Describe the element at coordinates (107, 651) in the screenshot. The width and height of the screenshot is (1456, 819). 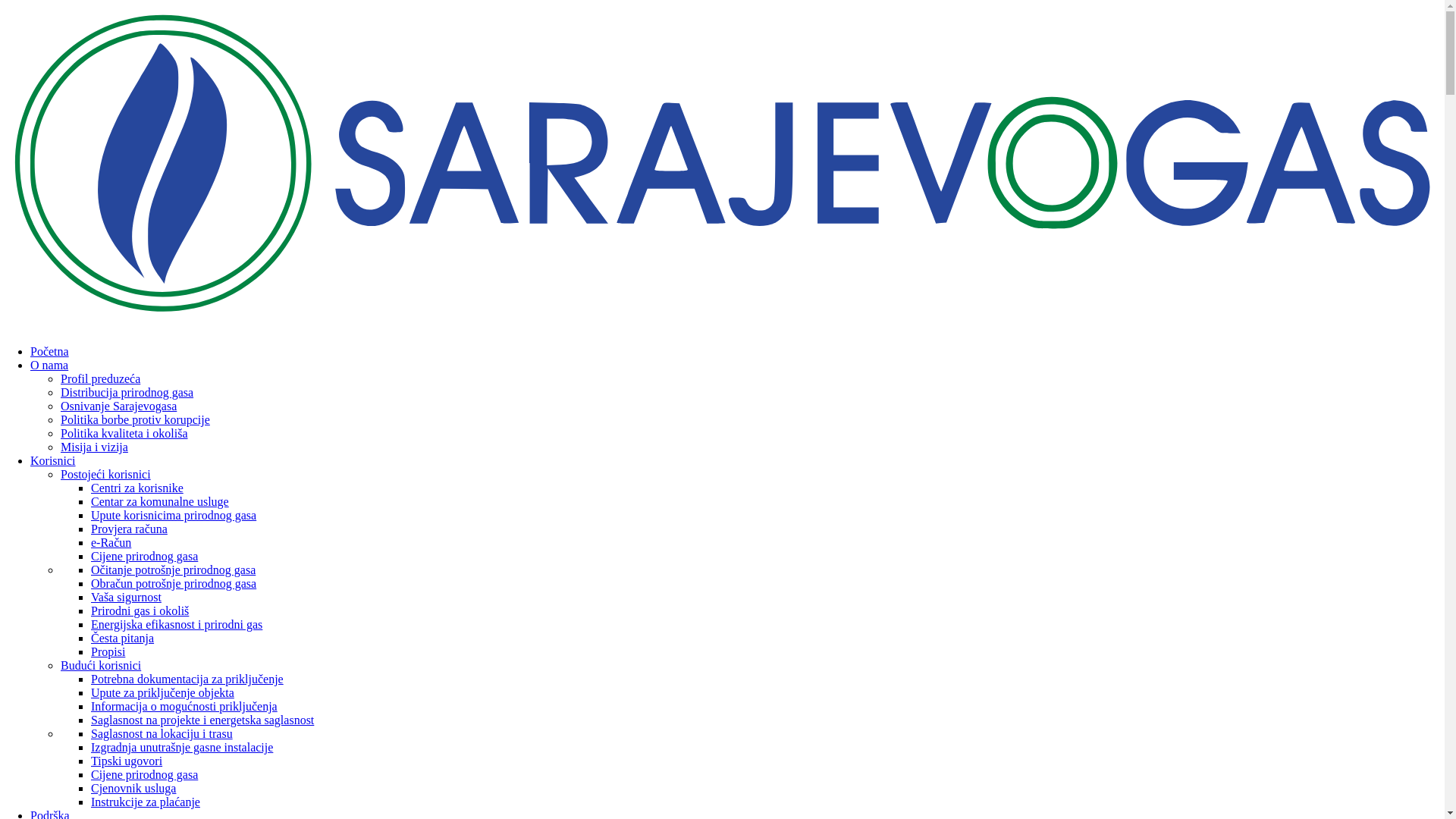
I see `'Propisi'` at that location.